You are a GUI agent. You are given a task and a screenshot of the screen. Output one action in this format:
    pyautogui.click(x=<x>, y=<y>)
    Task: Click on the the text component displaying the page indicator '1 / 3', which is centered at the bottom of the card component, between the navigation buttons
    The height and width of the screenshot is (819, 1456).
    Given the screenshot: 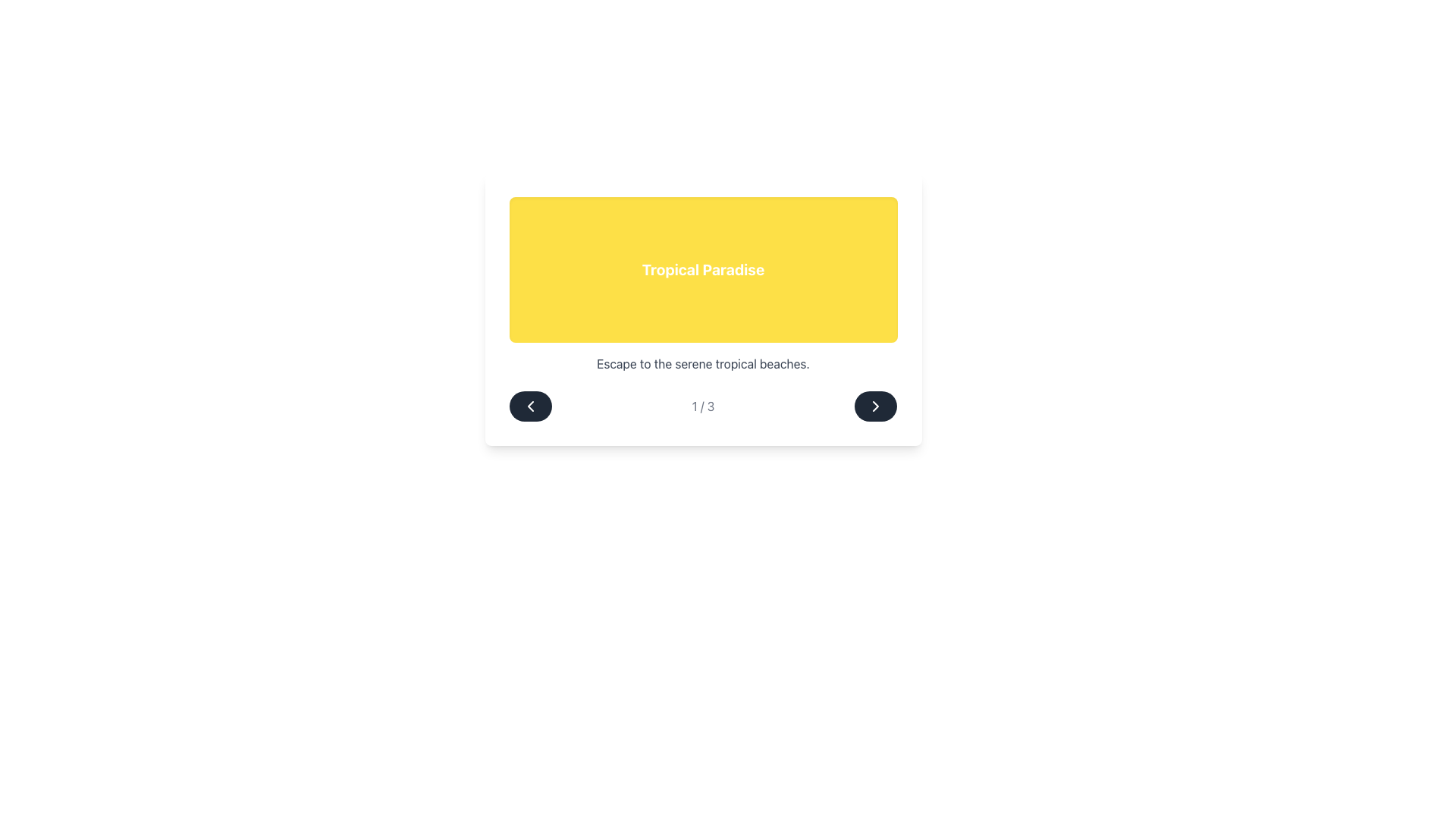 What is the action you would take?
    pyautogui.click(x=702, y=406)
    